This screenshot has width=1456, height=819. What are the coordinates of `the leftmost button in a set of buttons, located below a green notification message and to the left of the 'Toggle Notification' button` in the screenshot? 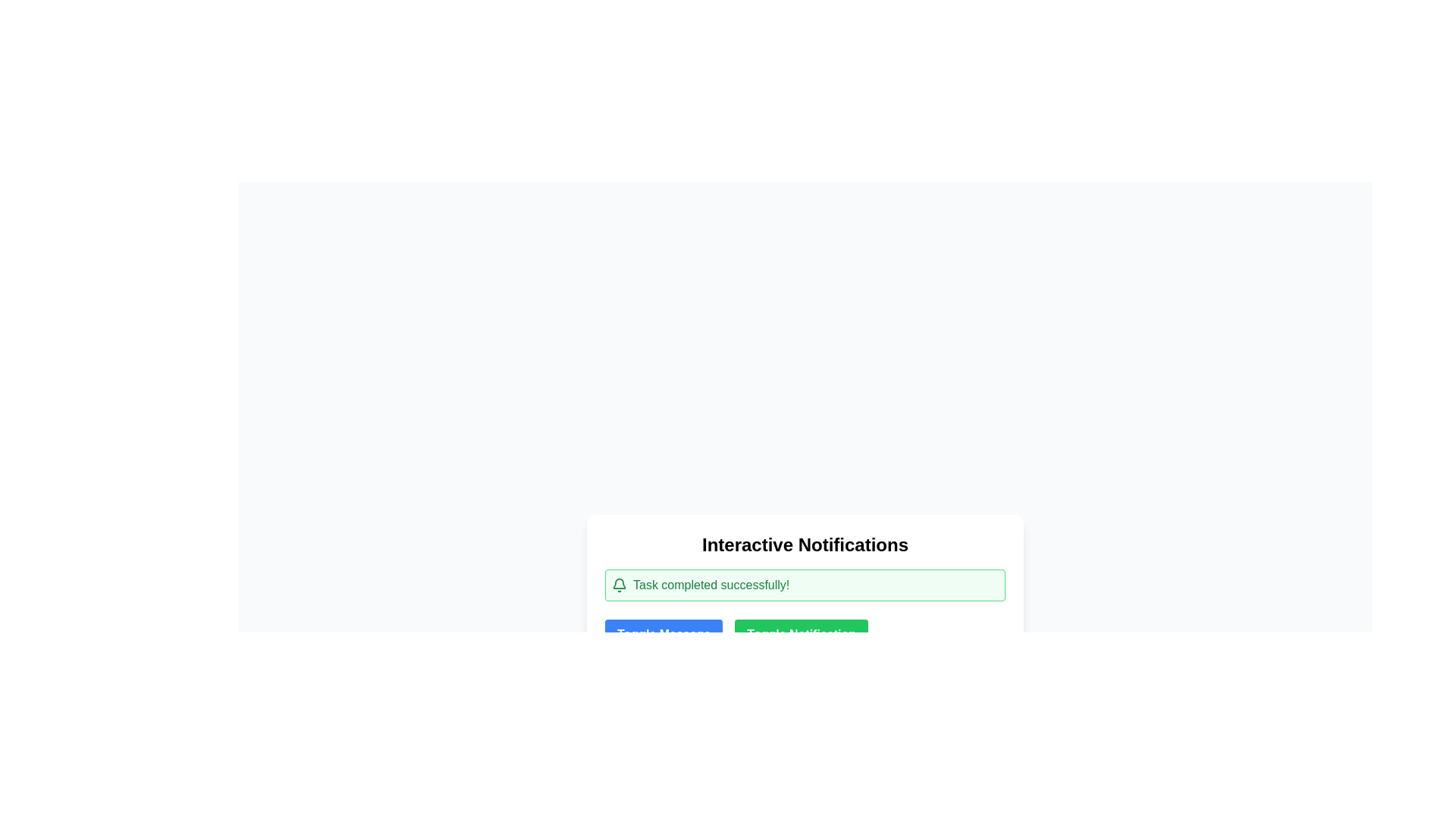 It's located at (664, 635).